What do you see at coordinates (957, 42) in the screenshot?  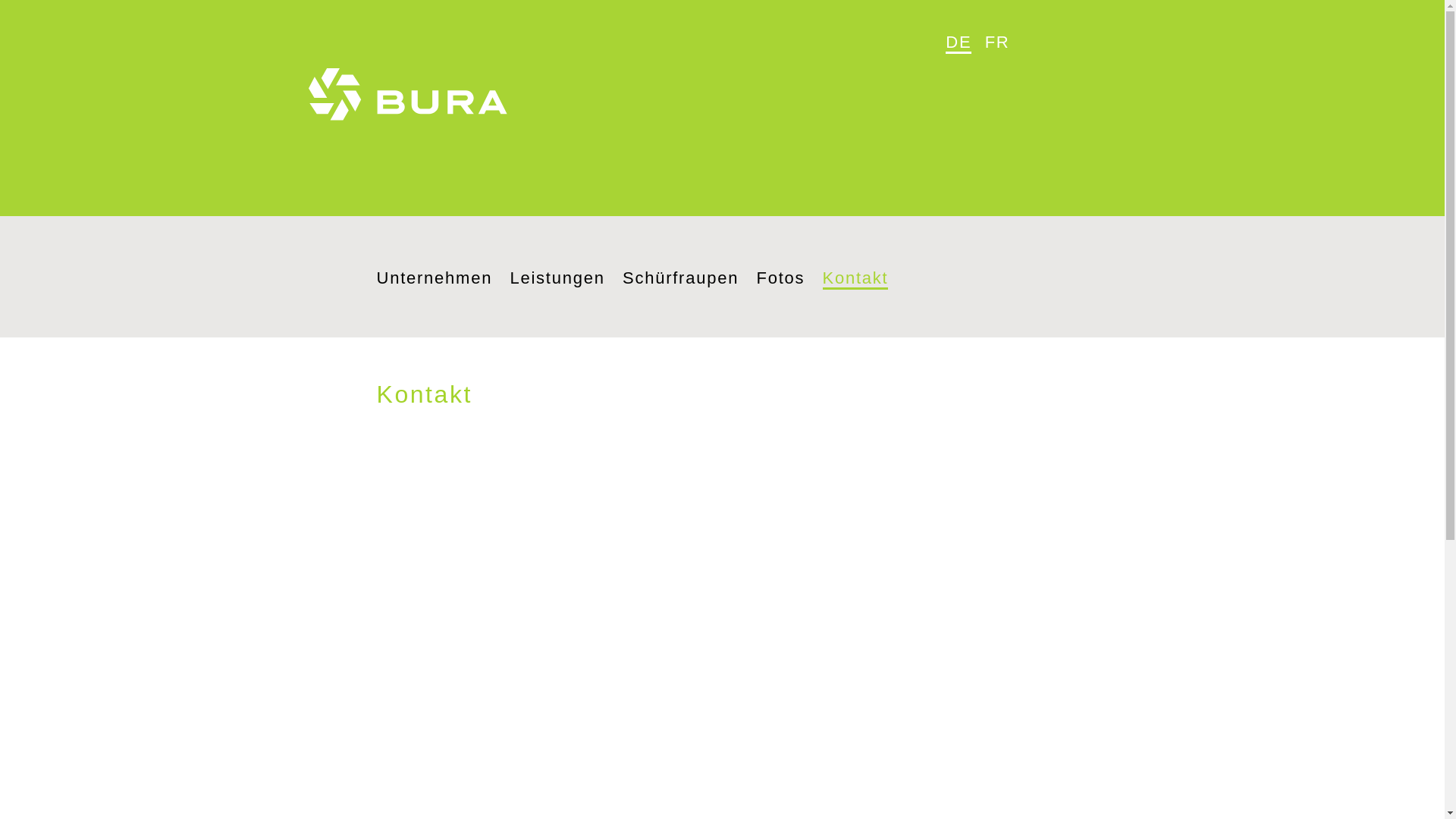 I see `'DE'` at bounding box center [957, 42].